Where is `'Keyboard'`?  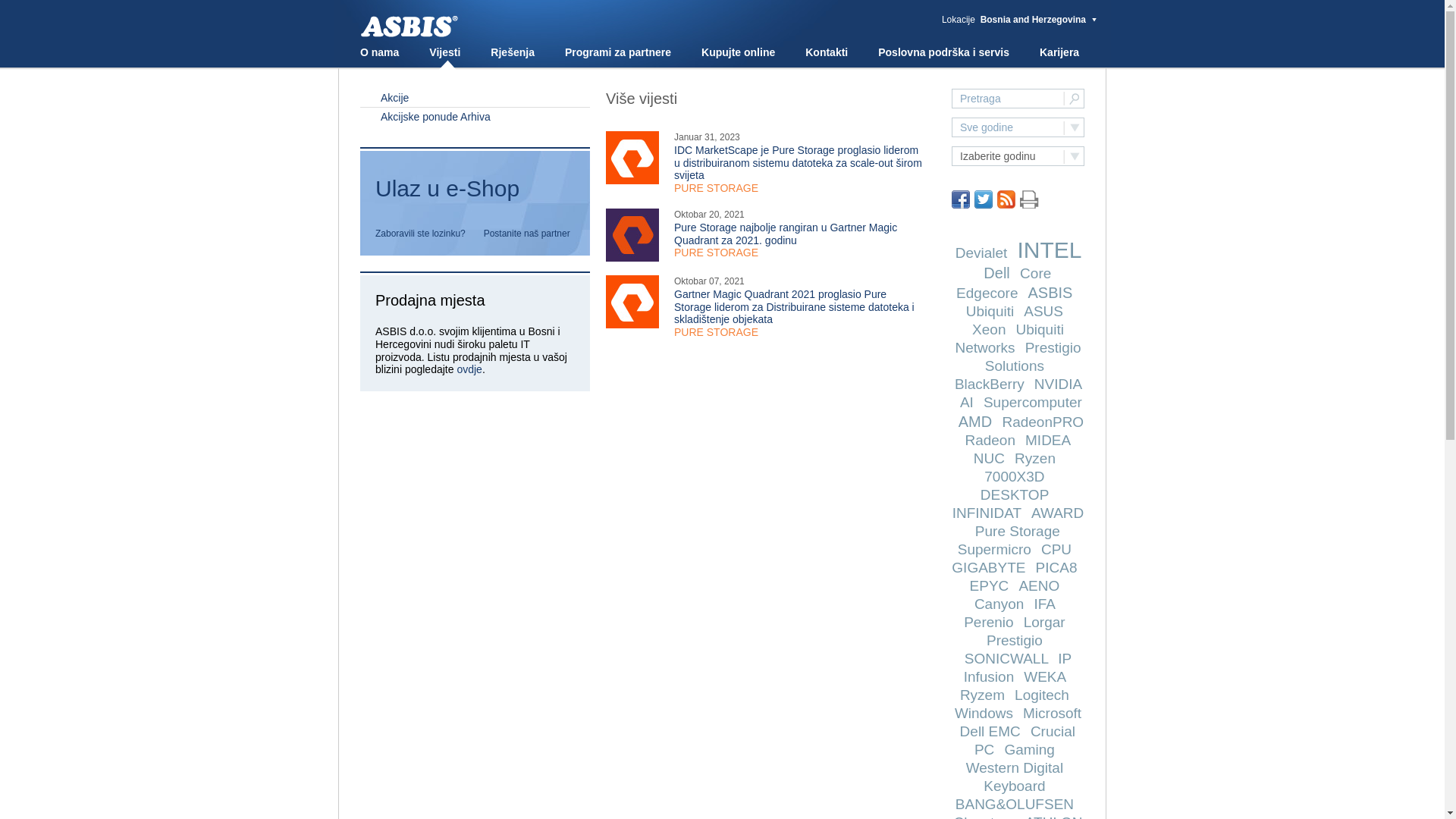 'Keyboard' is located at coordinates (1014, 785).